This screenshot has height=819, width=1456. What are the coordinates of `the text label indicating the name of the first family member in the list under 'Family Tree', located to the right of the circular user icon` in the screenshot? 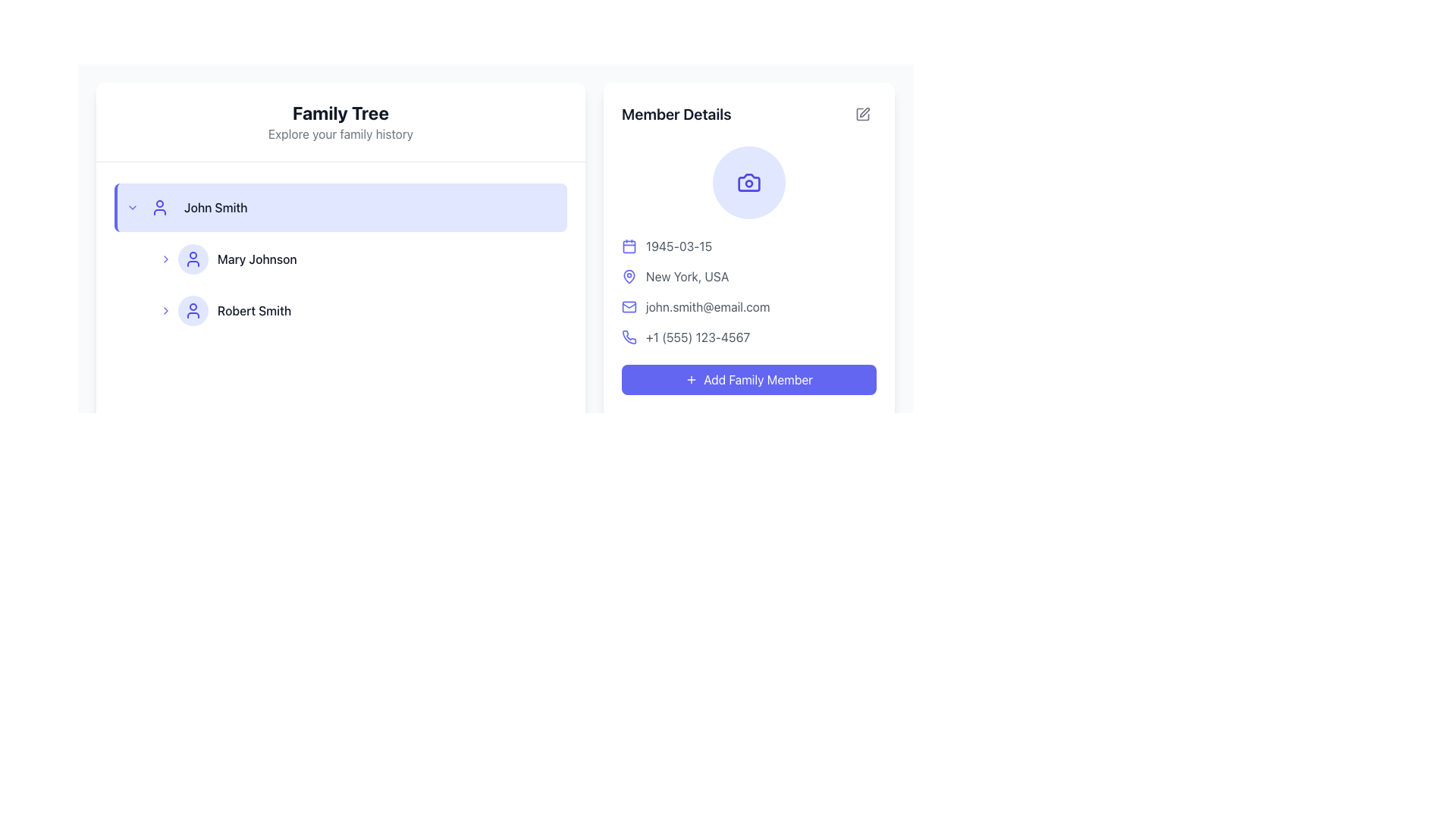 It's located at (215, 207).